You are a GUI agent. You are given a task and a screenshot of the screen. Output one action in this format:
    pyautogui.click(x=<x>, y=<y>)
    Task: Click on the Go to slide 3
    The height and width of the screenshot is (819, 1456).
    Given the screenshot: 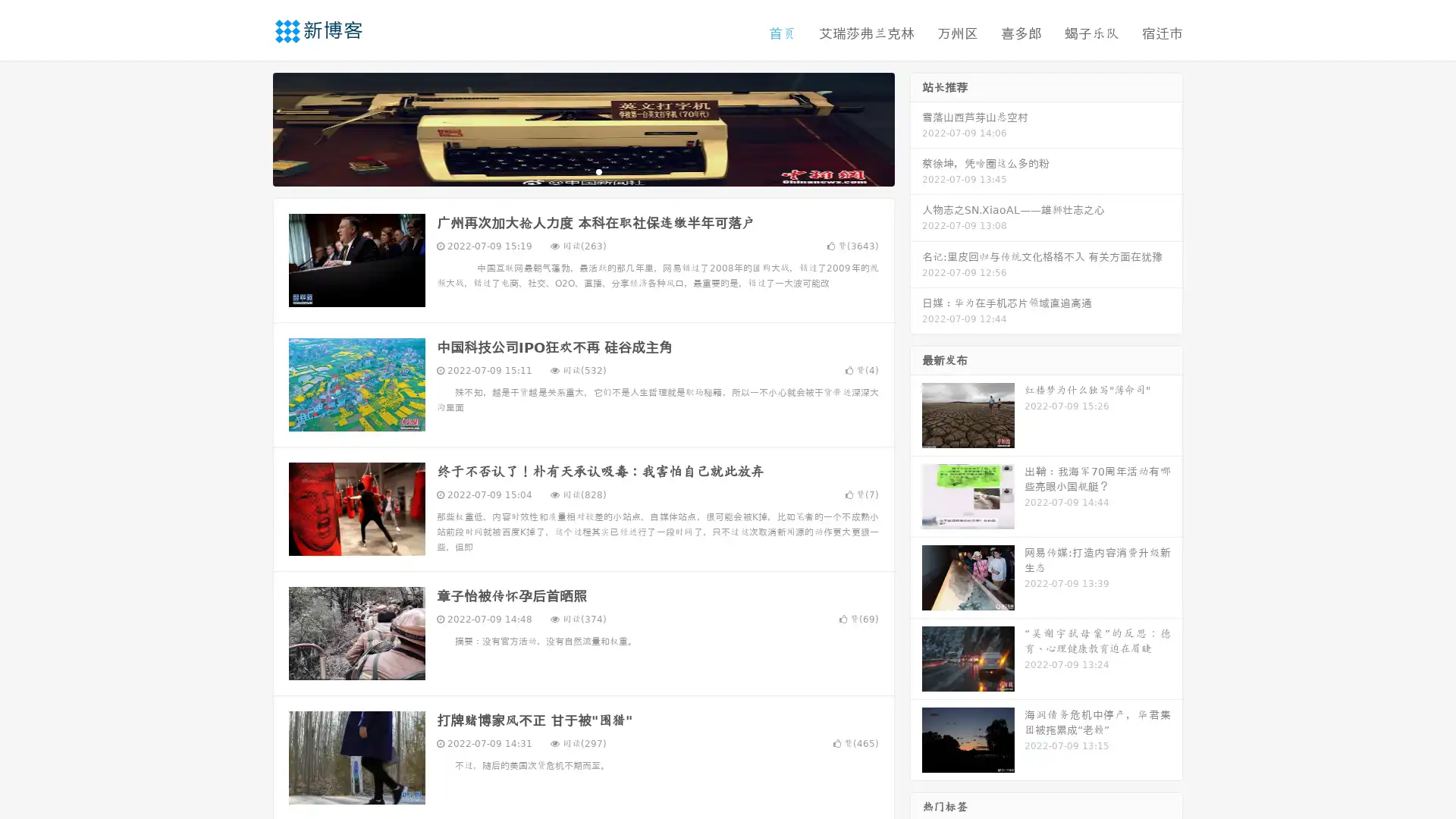 What is the action you would take?
    pyautogui.click(x=598, y=171)
    